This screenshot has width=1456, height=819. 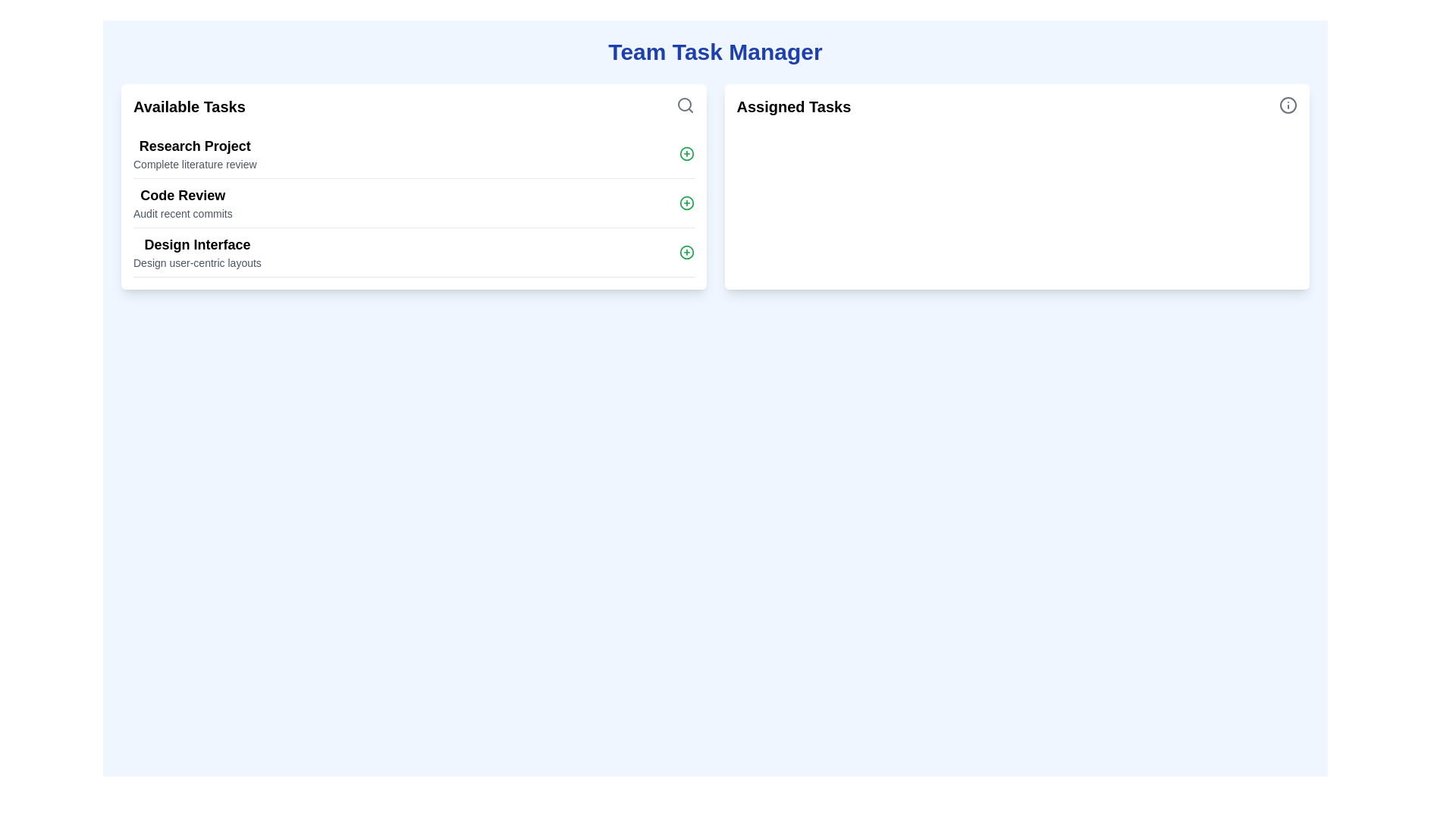 What do you see at coordinates (1288, 104) in the screenshot?
I see `the circular outline in the upper-right corner of the 'Assigned Tasks' panel, which serves as the background for an information icon` at bounding box center [1288, 104].